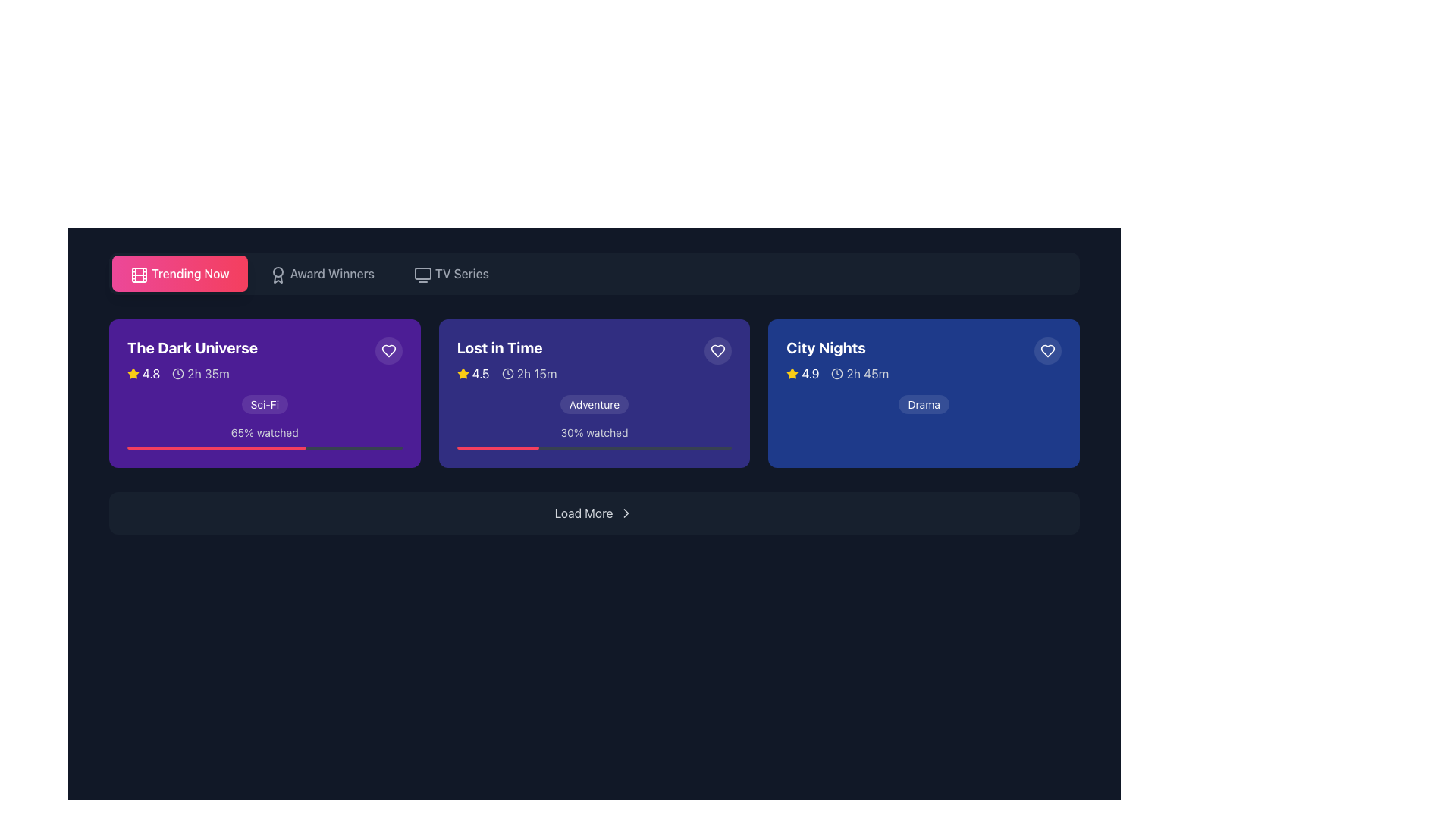 This screenshot has height=819, width=1456. What do you see at coordinates (717, 350) in the screenshot?
I see `the circular heart button at the top-right corner of the 'Lost in Time' card to favorite the item` at bounding box center [717, 350].